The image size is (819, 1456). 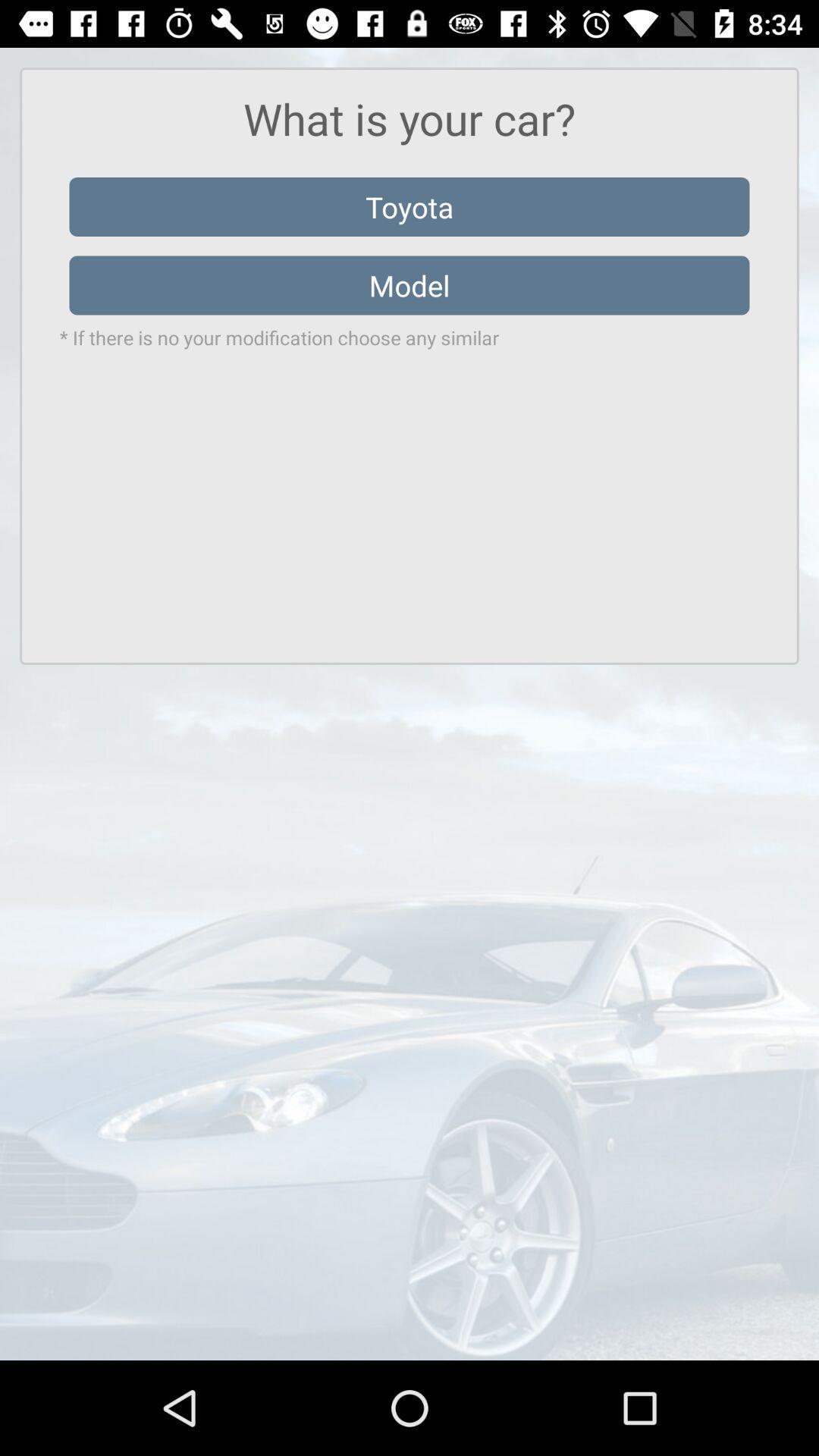 What do you see at coordinates (409, 206) in the screenshot?
I see `the item below what is your item` at bounding box center [409, 206].